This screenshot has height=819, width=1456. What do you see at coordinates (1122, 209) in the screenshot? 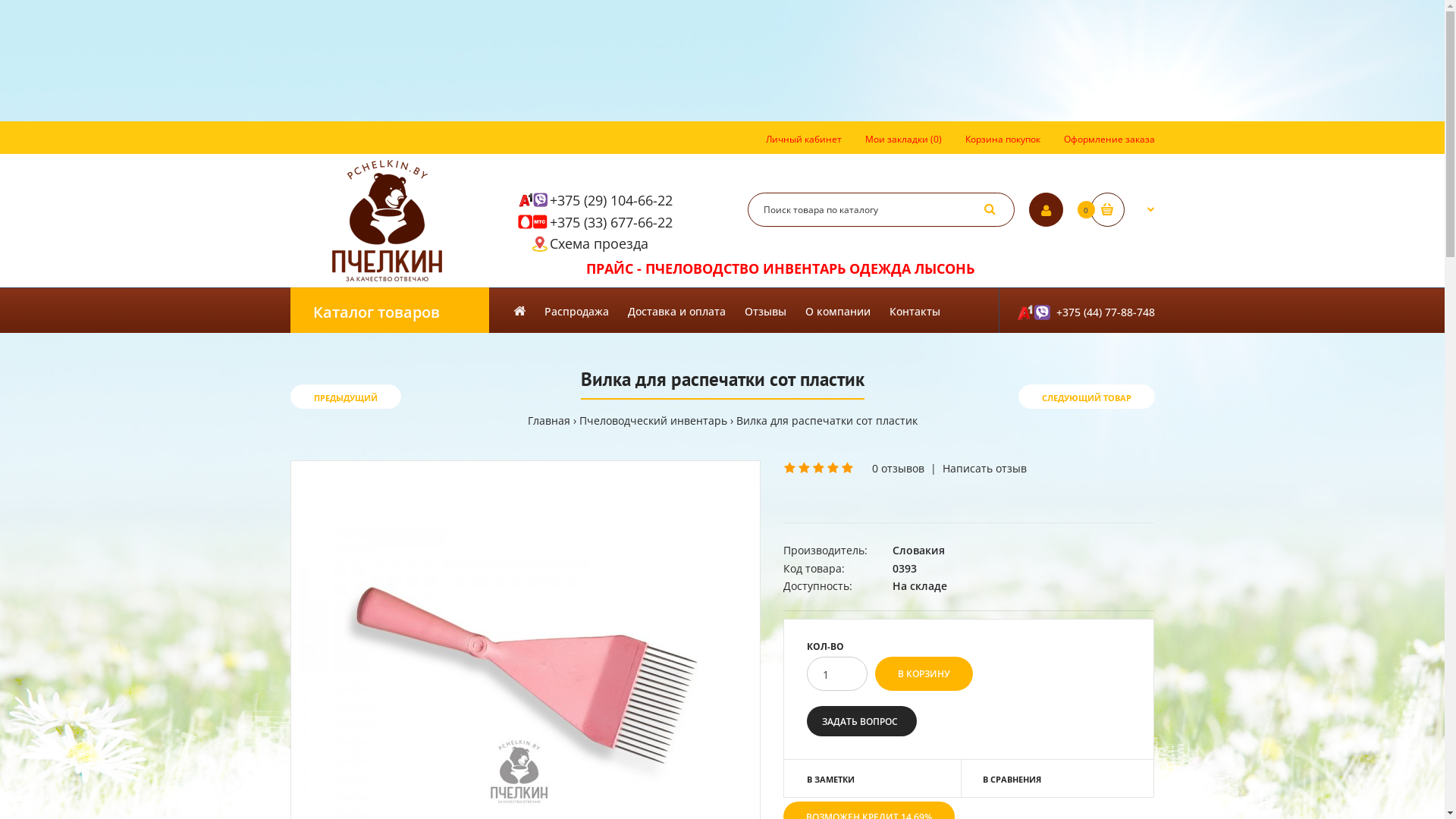
I see `'0'` at bounding box center [1122, 209].